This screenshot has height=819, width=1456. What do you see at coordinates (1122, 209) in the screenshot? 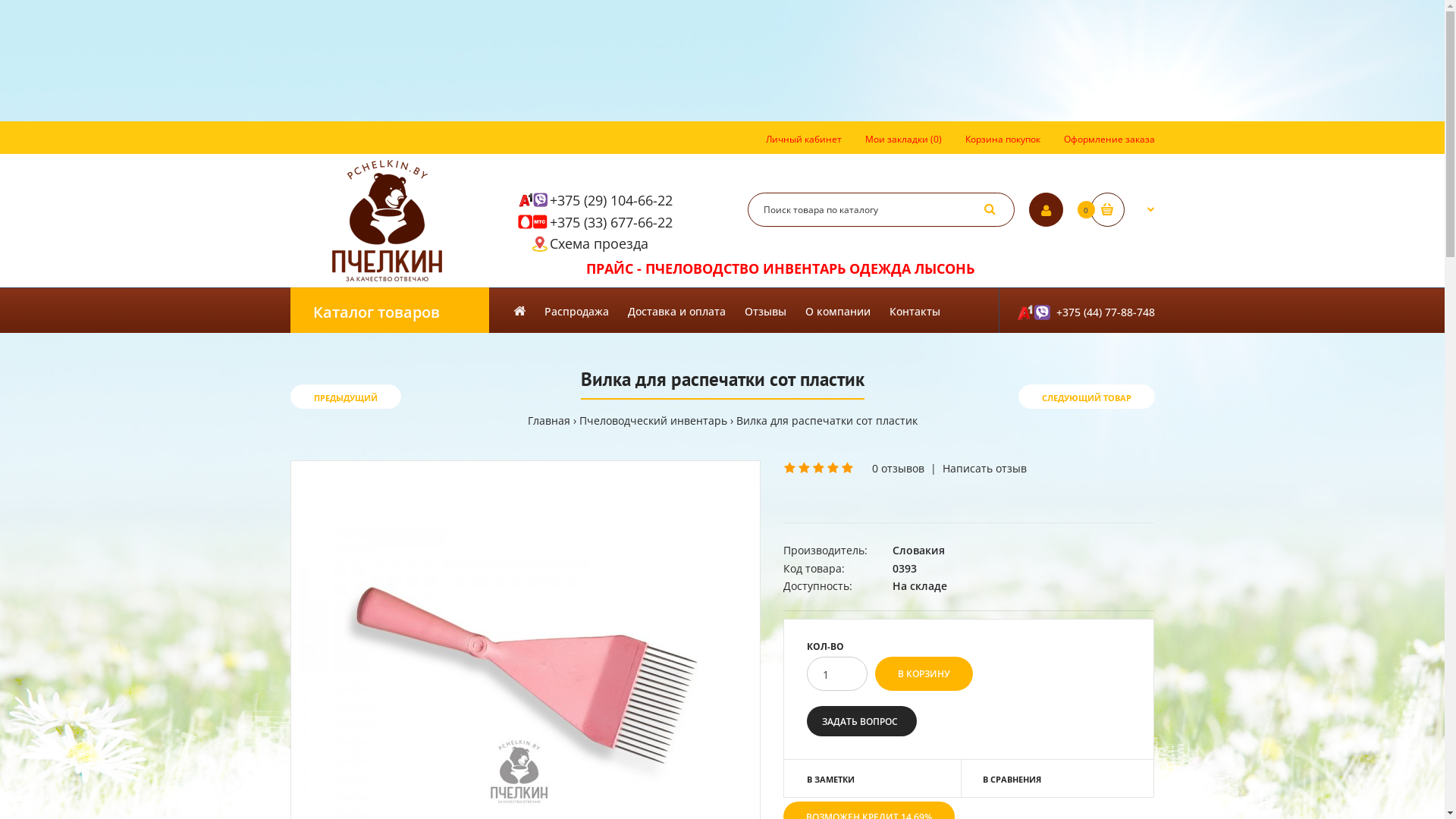
I see `'0'` at bounding box center [1122, 209].